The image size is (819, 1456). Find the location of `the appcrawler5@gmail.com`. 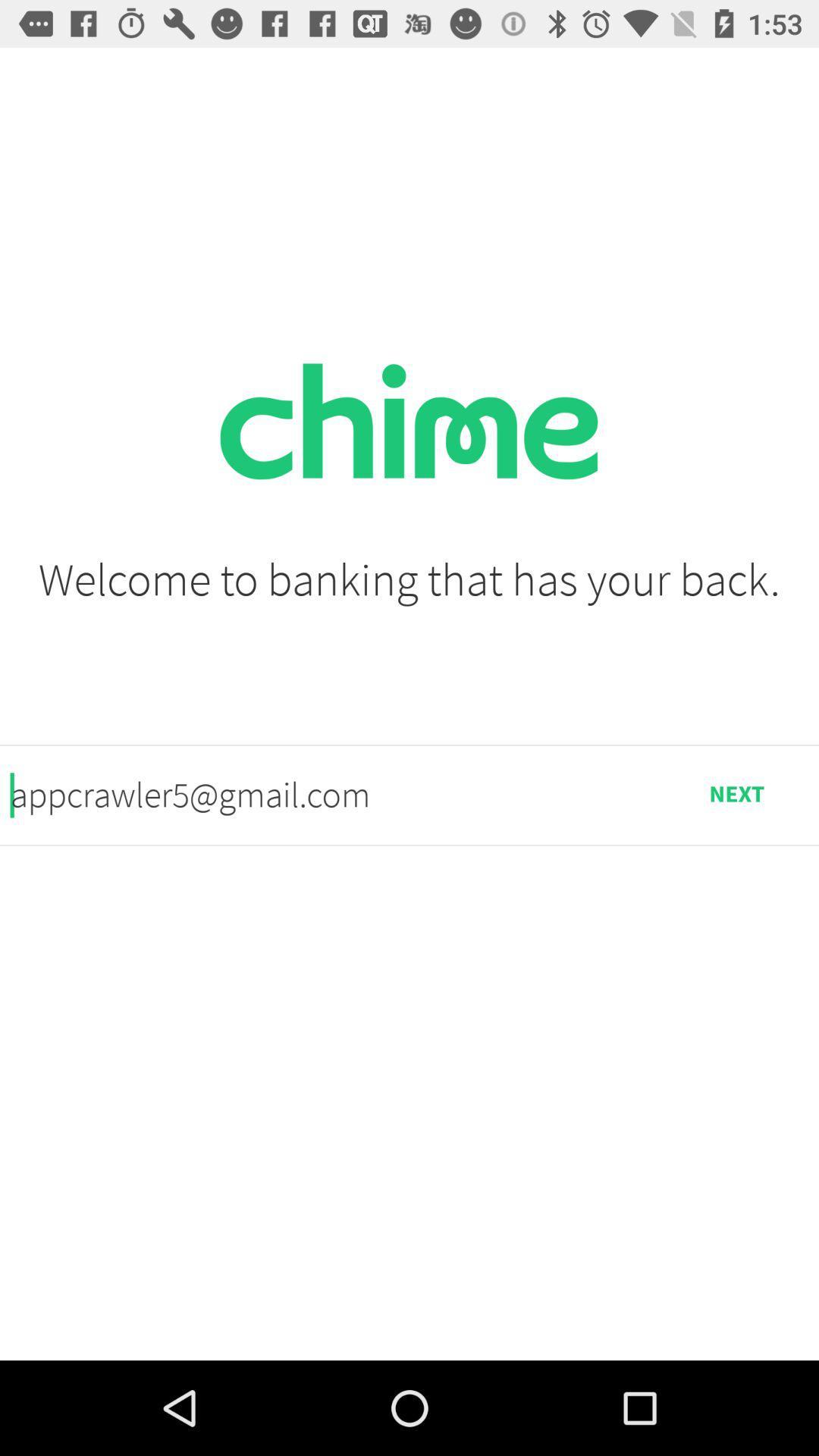

the appcrawler5@gmail.com is located at coordinates (331, 794).